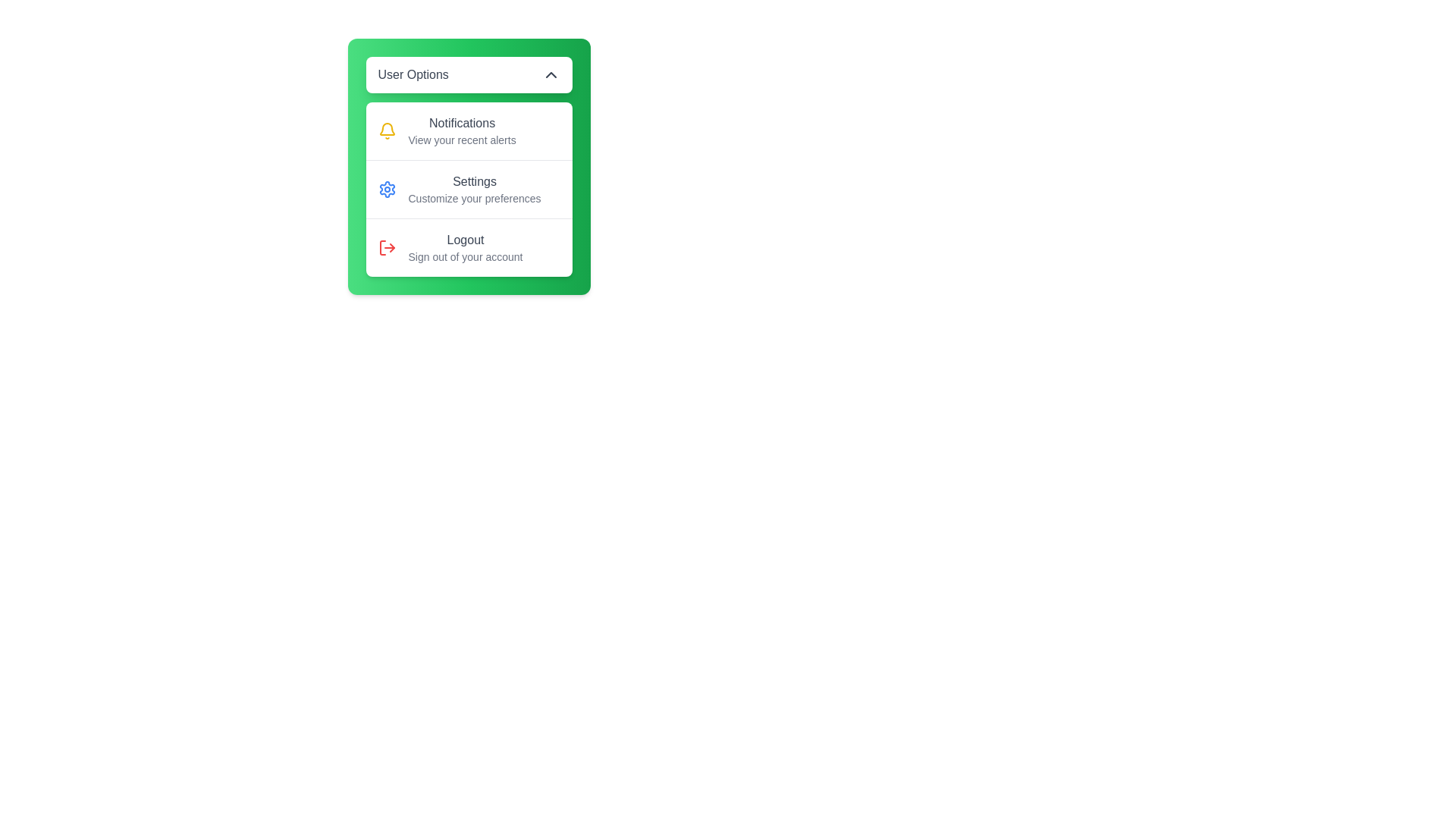  What do you see at coordinates (413, 75) in the screenshot?
I see `the Text Label that serves as the title for the user options dropdown menu, located at the top-left corner of the user interface, to the left of the chevron icon` at bounding box center [413, 75].